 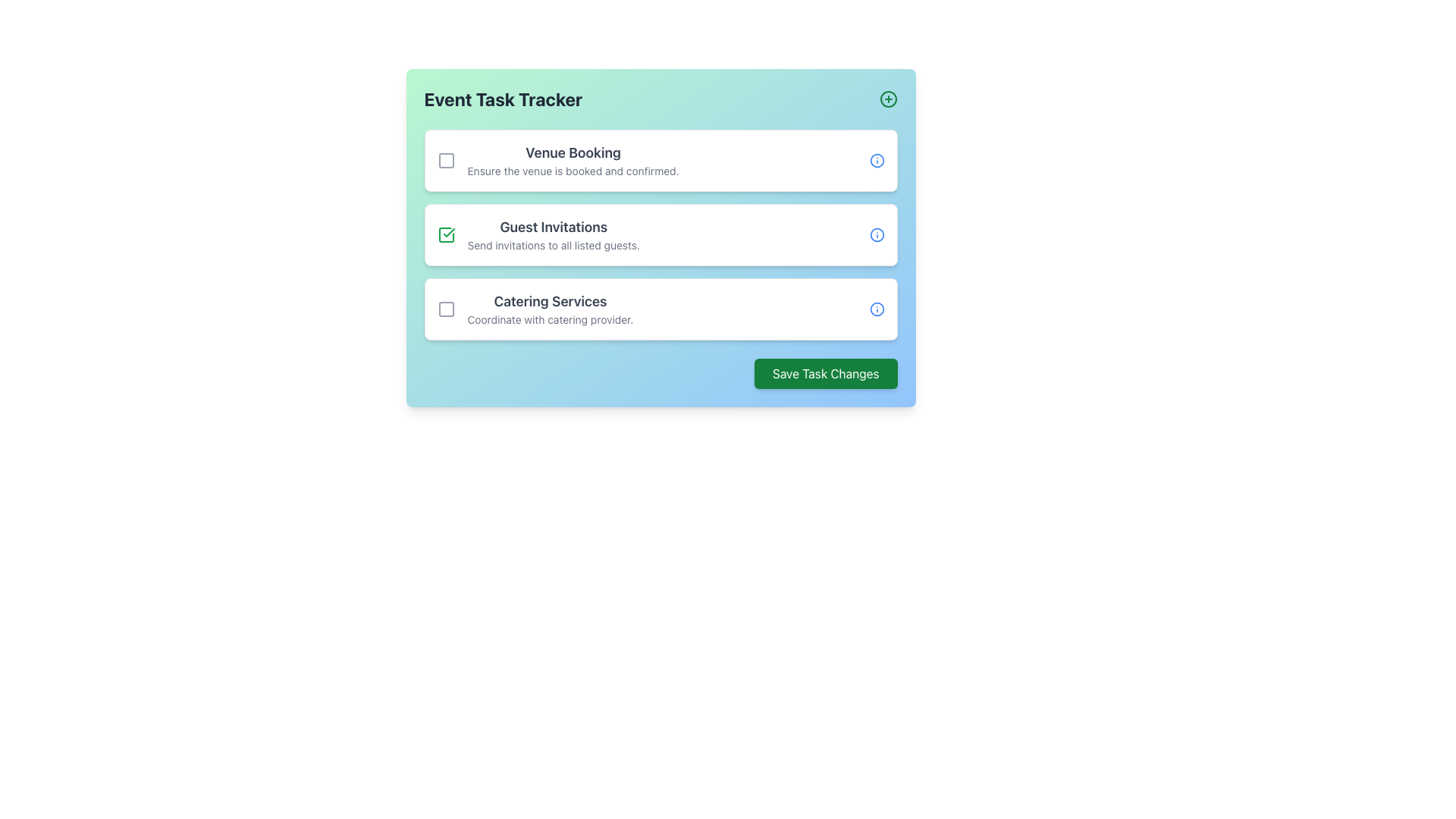 I want to click on the text element displaying 'Coordinate with catering provider.' which is styled in gray and located beneath 'Catering Services', so click(x=549, y=318).